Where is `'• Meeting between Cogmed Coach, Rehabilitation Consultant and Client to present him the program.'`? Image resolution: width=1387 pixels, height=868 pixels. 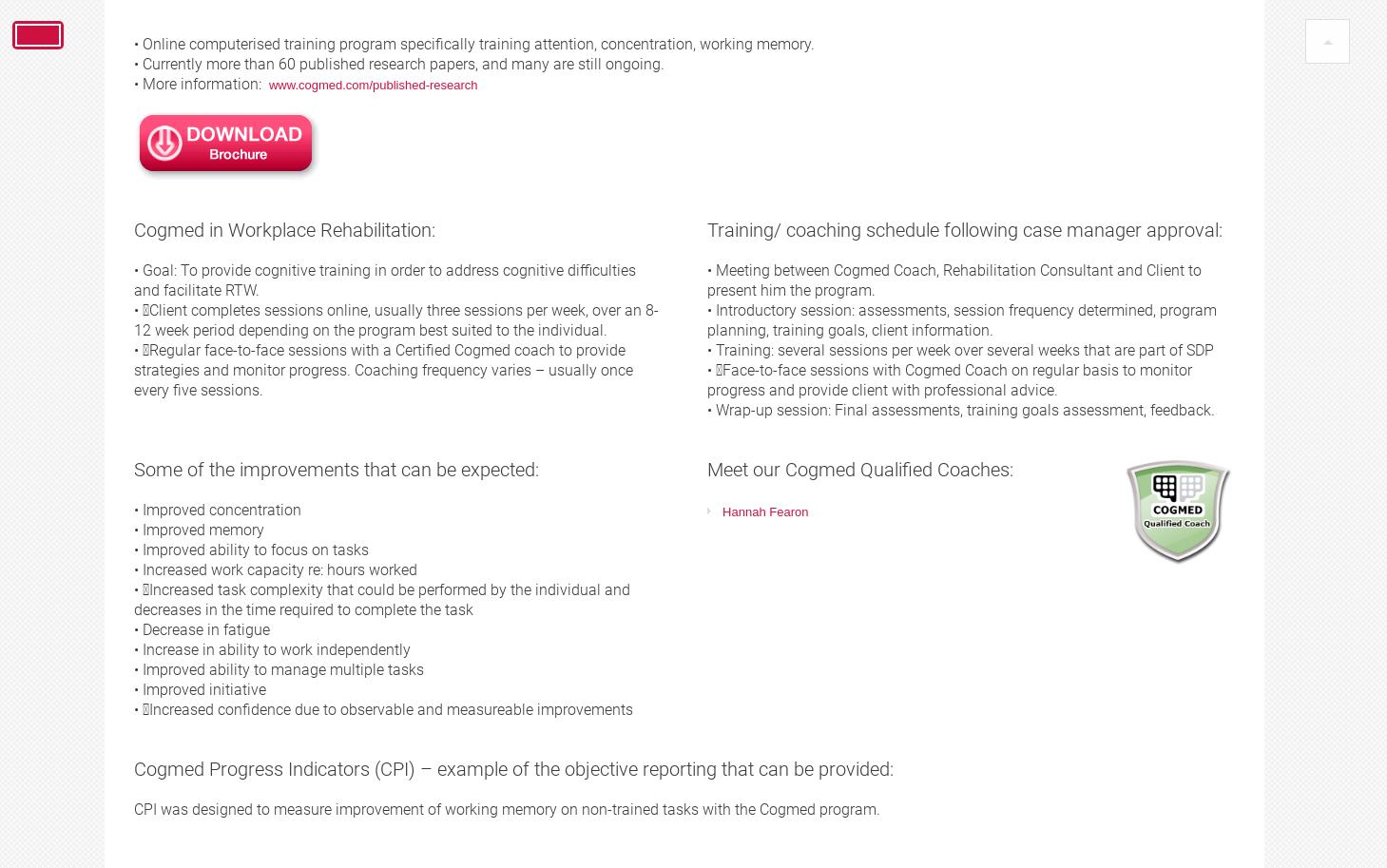
'• Meeting between Cogmed Coach, Rehabilitation Consultant and Client to present him the program.' is located at coordinates (953, 279).